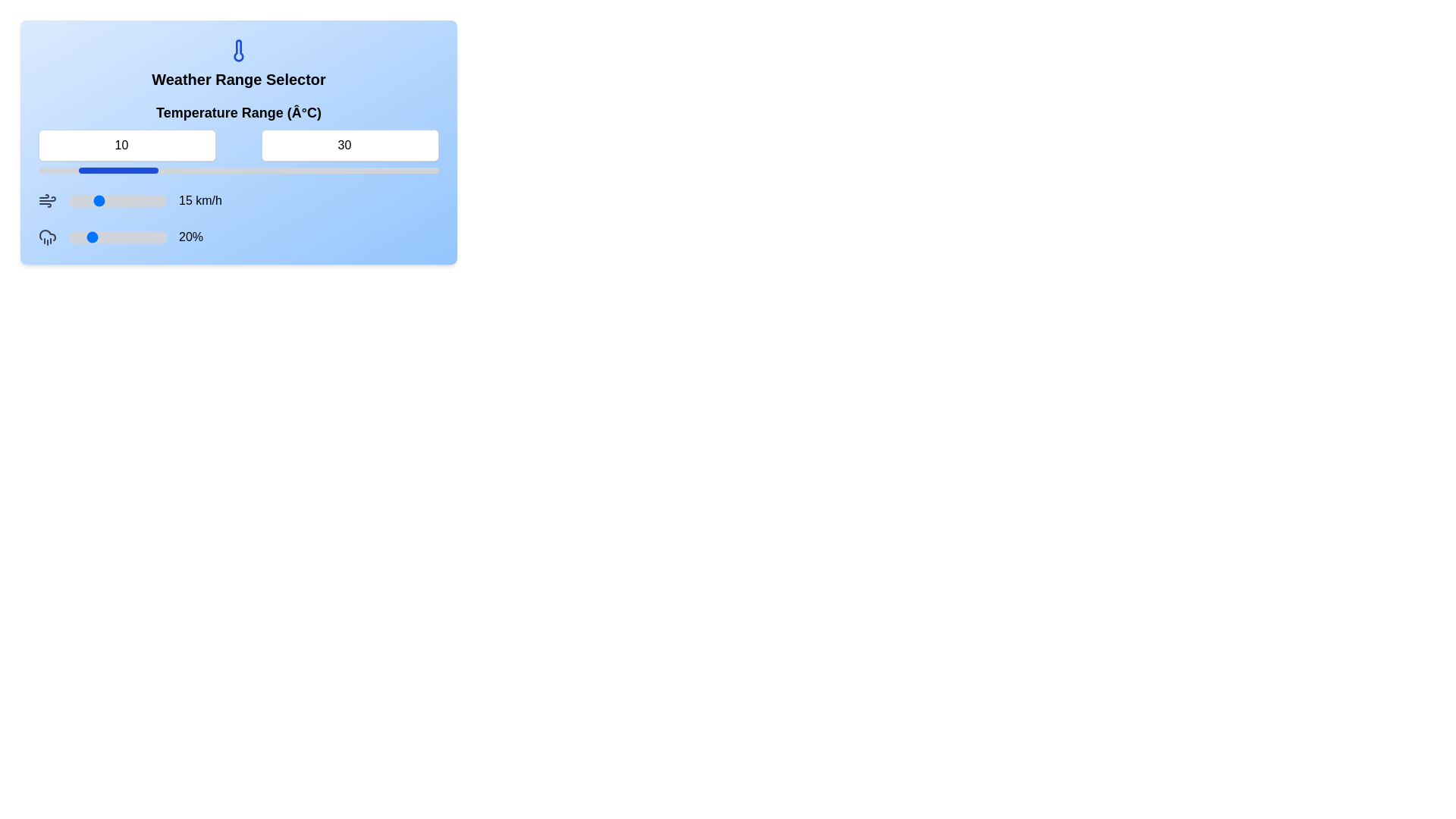 This screenshot has height=819, width=1456. What do you see at coordinates (70, 200) in the screenshot?
I see `the wind speed` at bounding box center [70, 200].